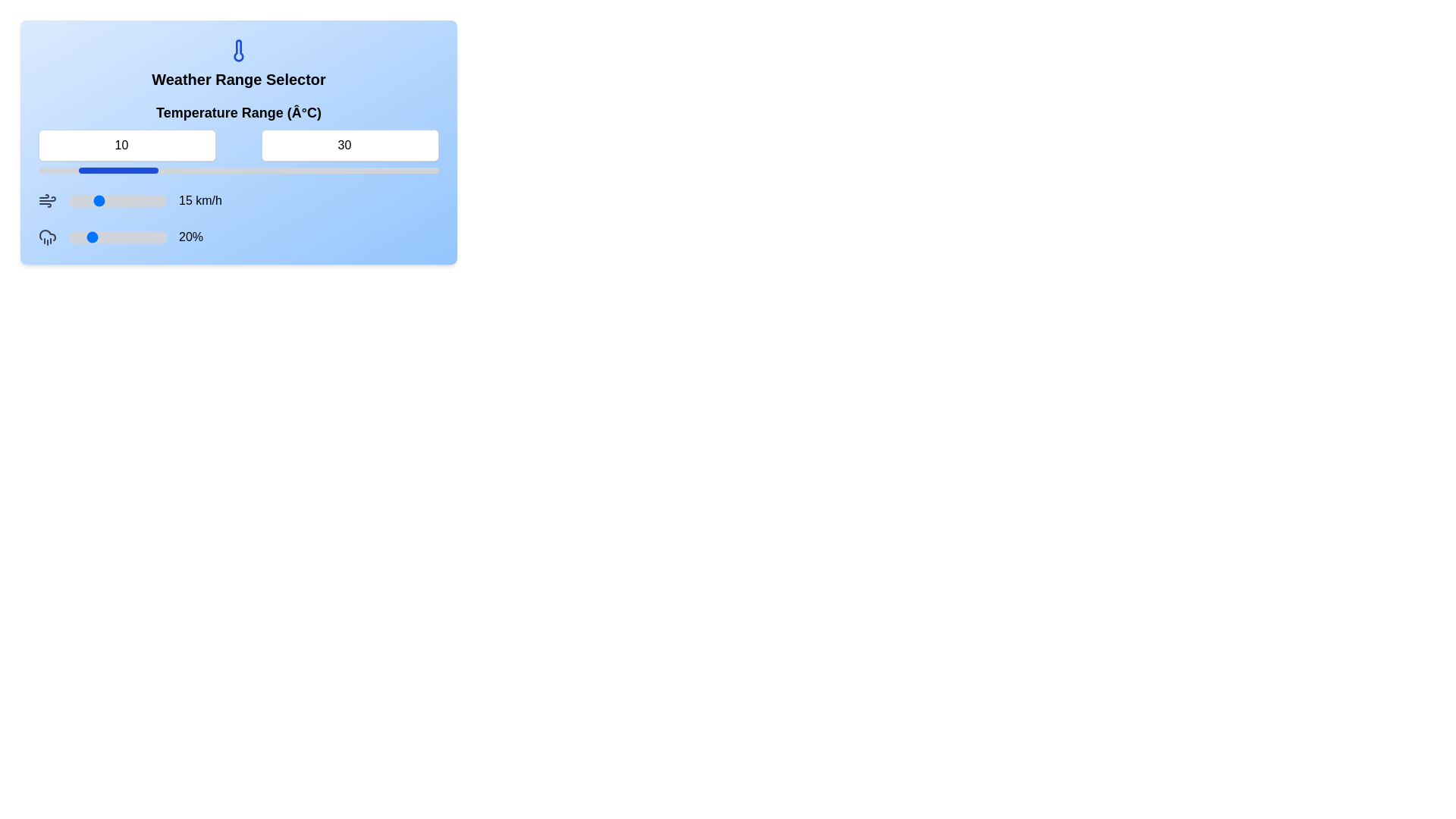 This screenshot has height=819, width=1456. What do you see at coordinates (70, 200) in the screenshot?
I see `the wind speed` at bounding box center [70, 200].